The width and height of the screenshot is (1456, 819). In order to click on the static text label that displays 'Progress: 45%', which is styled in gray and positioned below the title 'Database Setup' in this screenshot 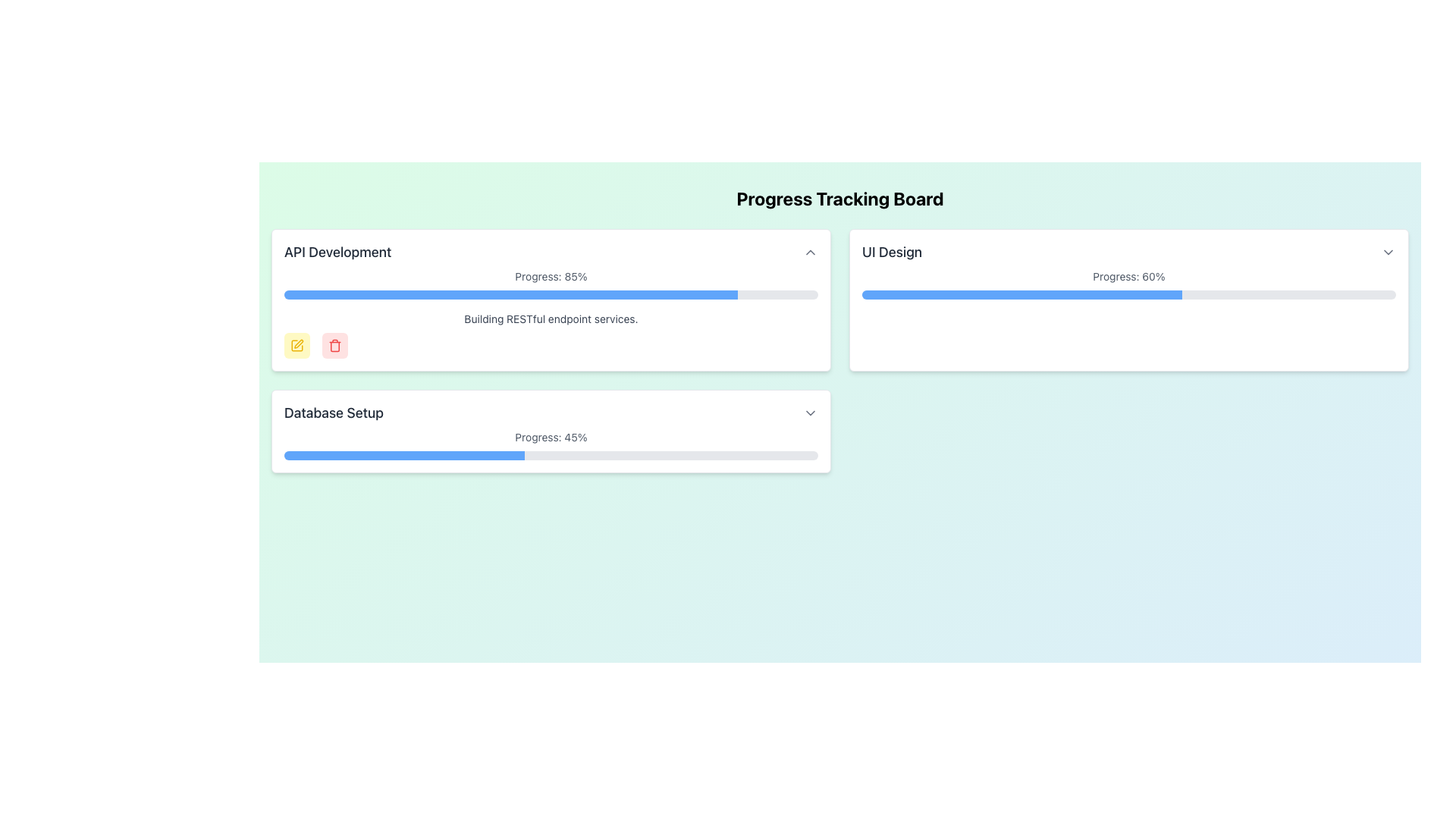, I will do `click(550, 438)`.